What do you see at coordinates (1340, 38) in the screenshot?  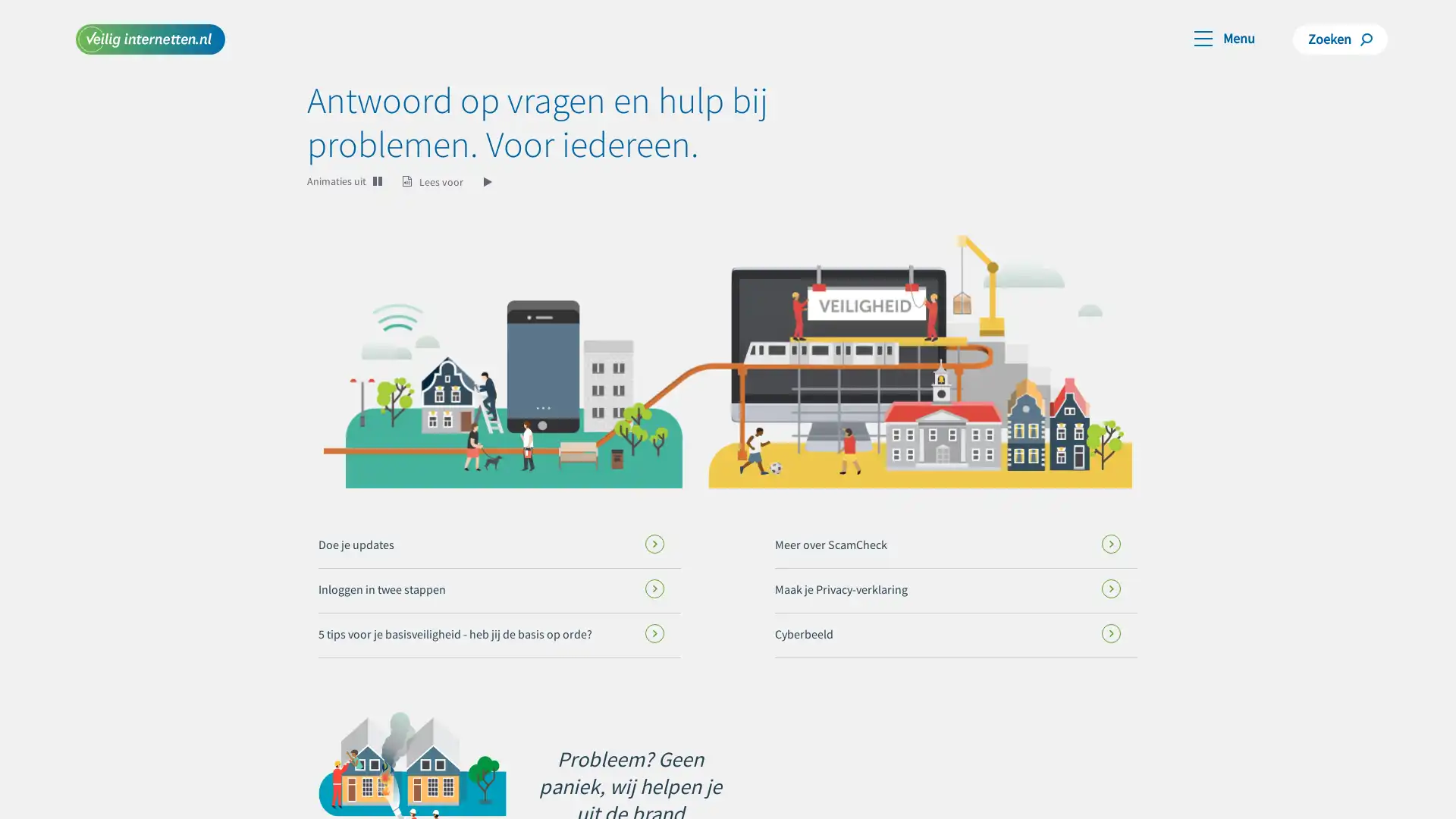 I see `Zoeken Zoeken` at bounding box center [1340, 38].